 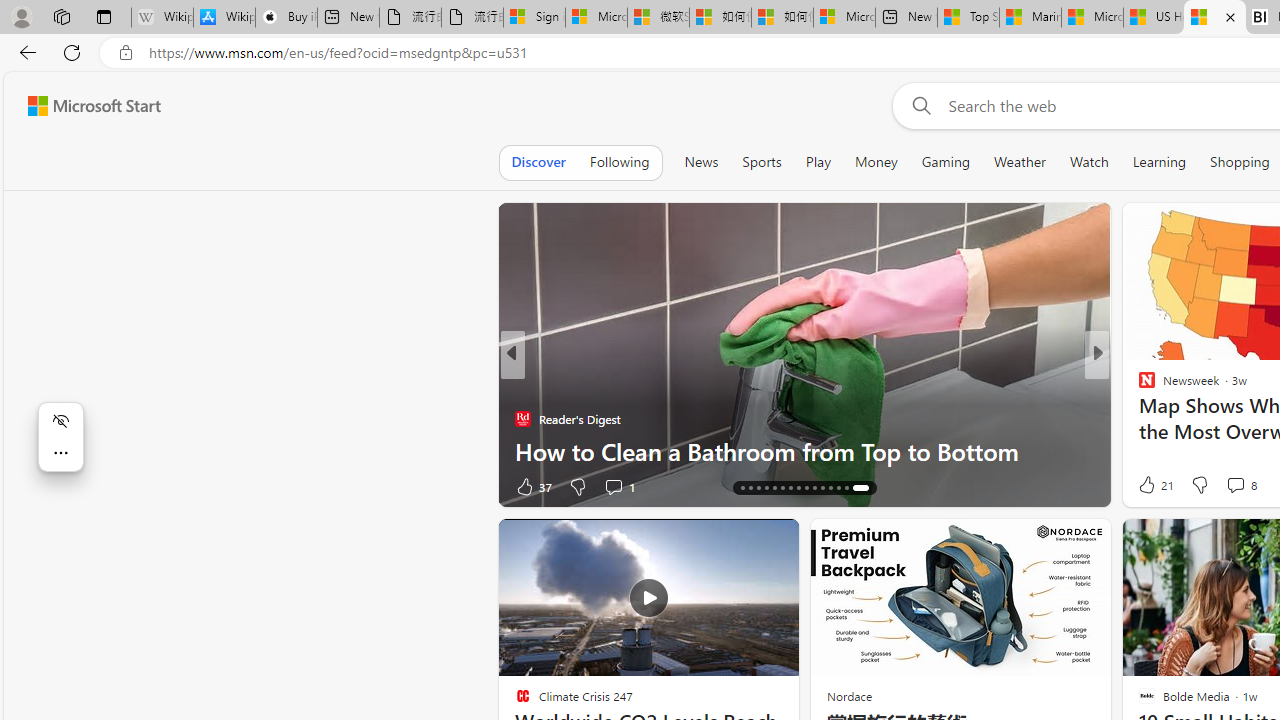 I want to click on 'Weather', so click(x=1020, y=161).